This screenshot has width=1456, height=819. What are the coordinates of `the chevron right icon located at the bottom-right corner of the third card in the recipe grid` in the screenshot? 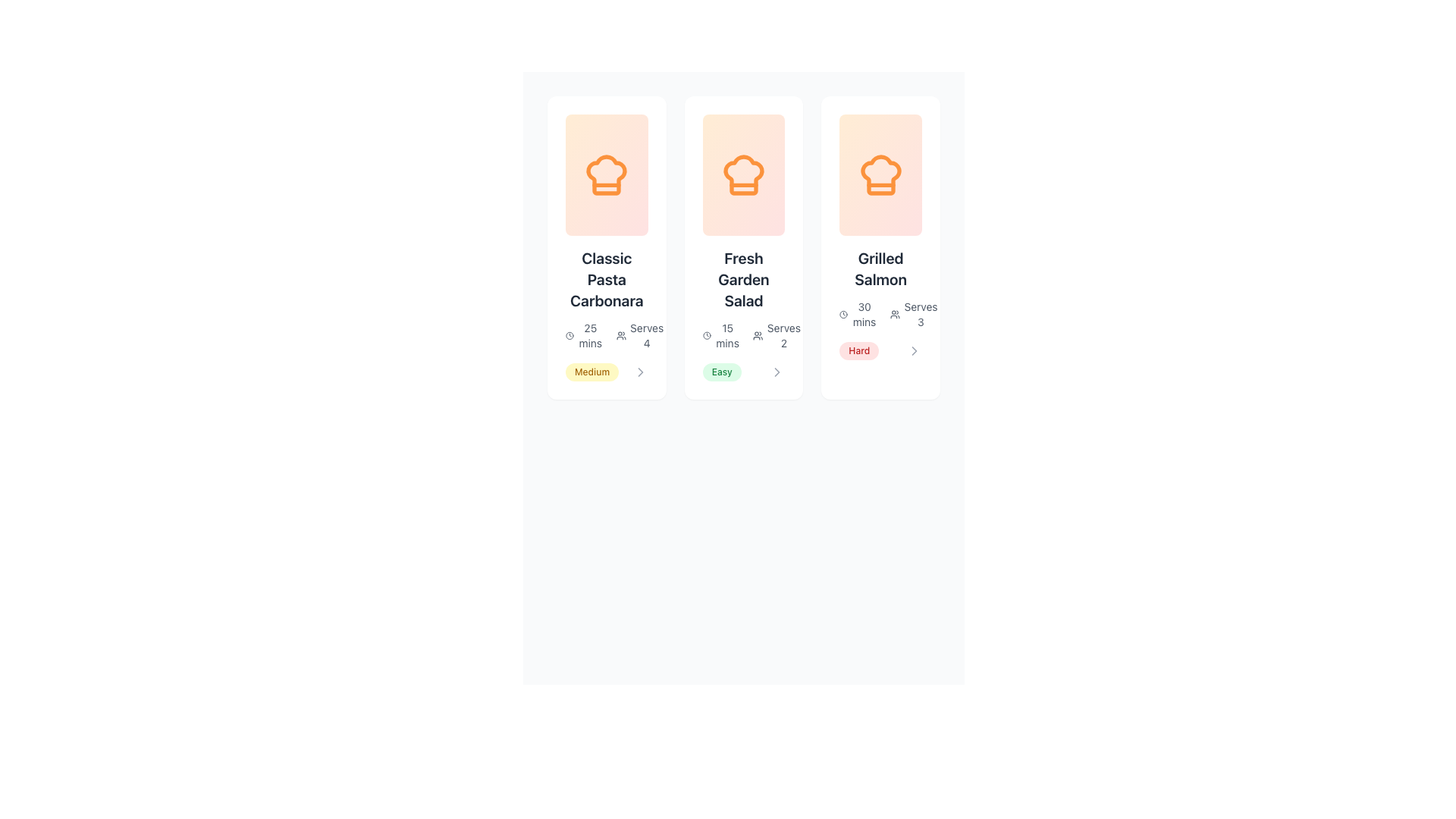 It's located at (913, 350).